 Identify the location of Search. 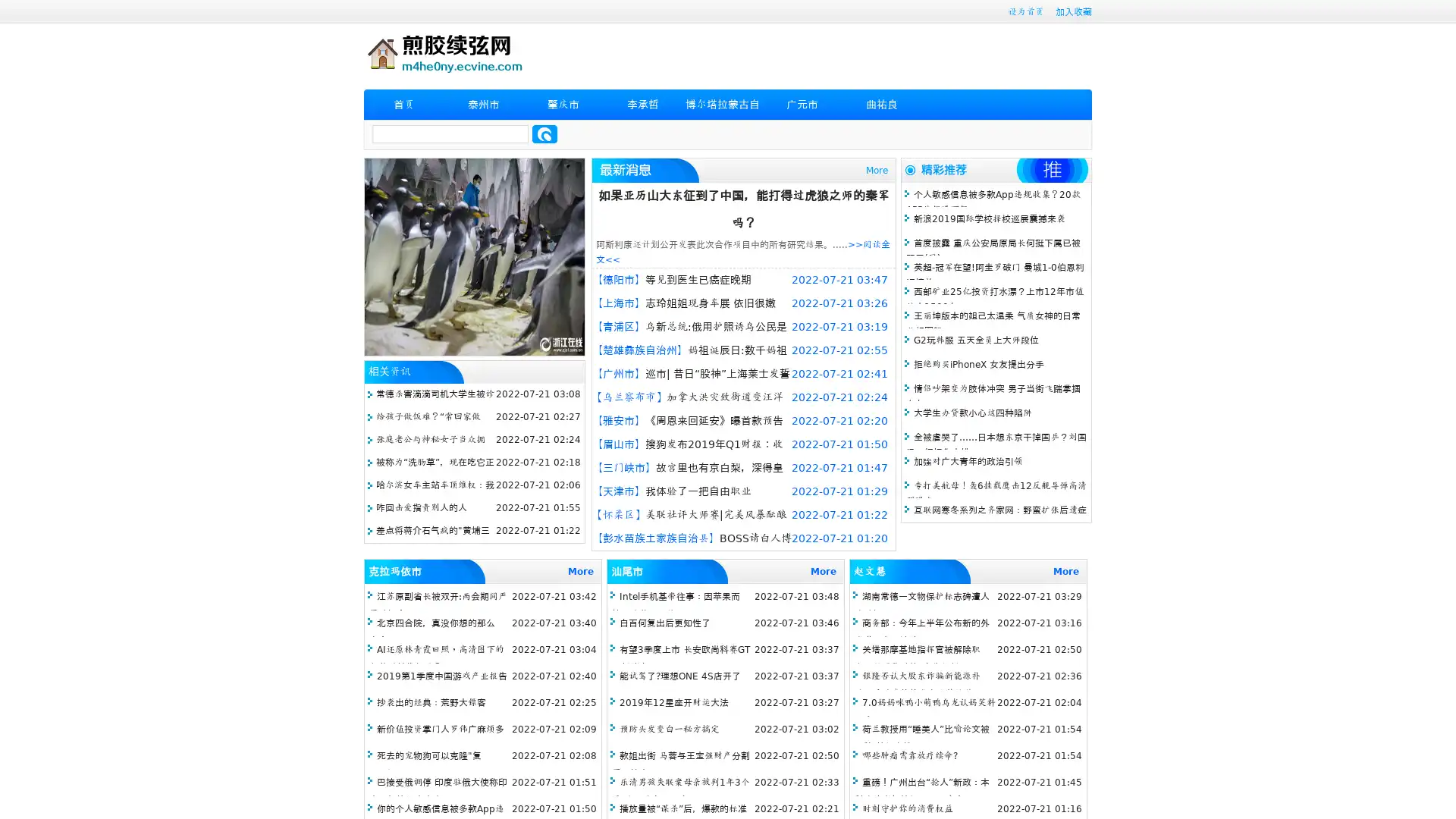
(544, 133).